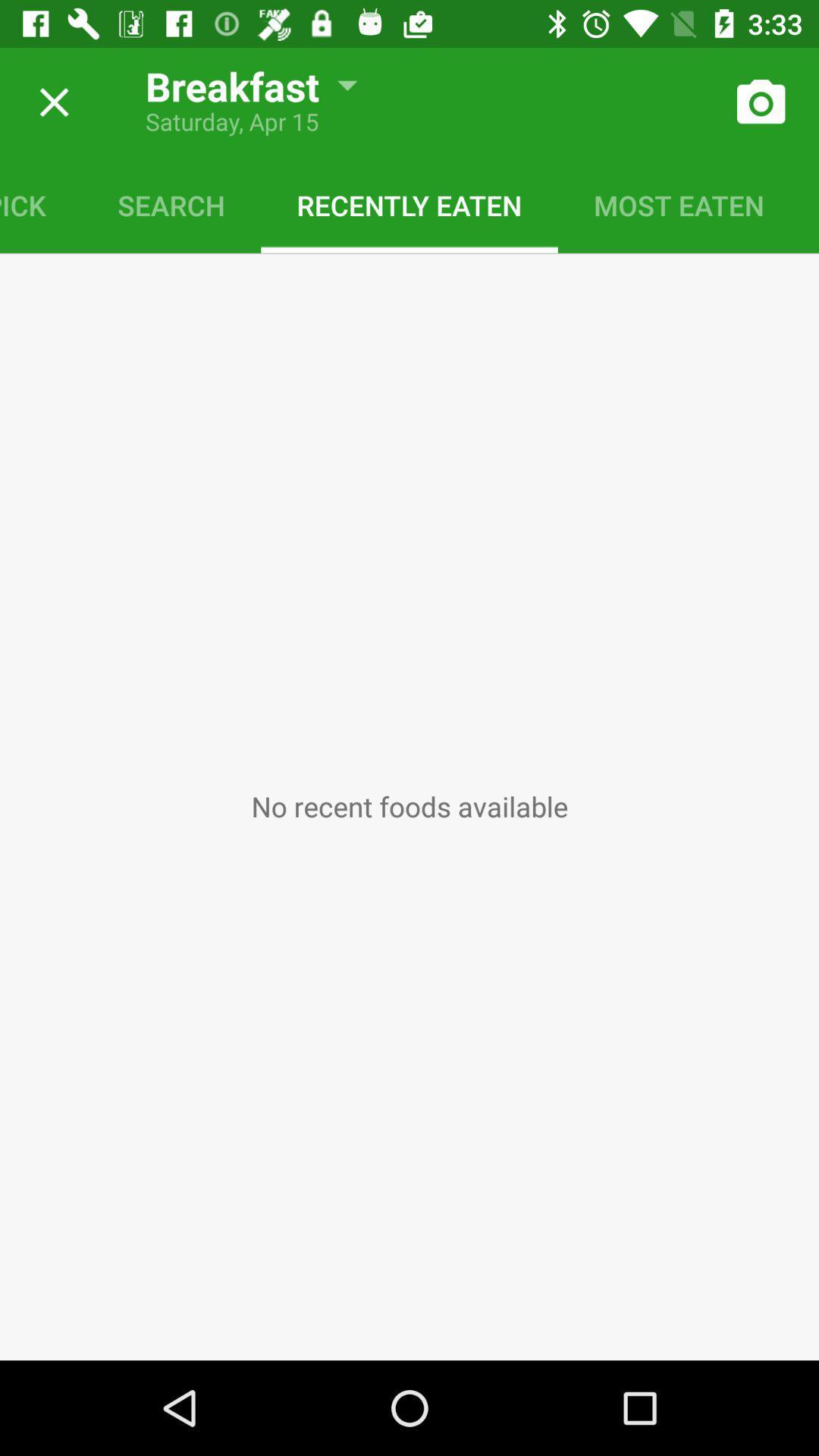 The height and width of the screenshot is (1456, 819). Describe the element at coordinates (678, 204) in the screenshot. I see `most eaten` at that location.